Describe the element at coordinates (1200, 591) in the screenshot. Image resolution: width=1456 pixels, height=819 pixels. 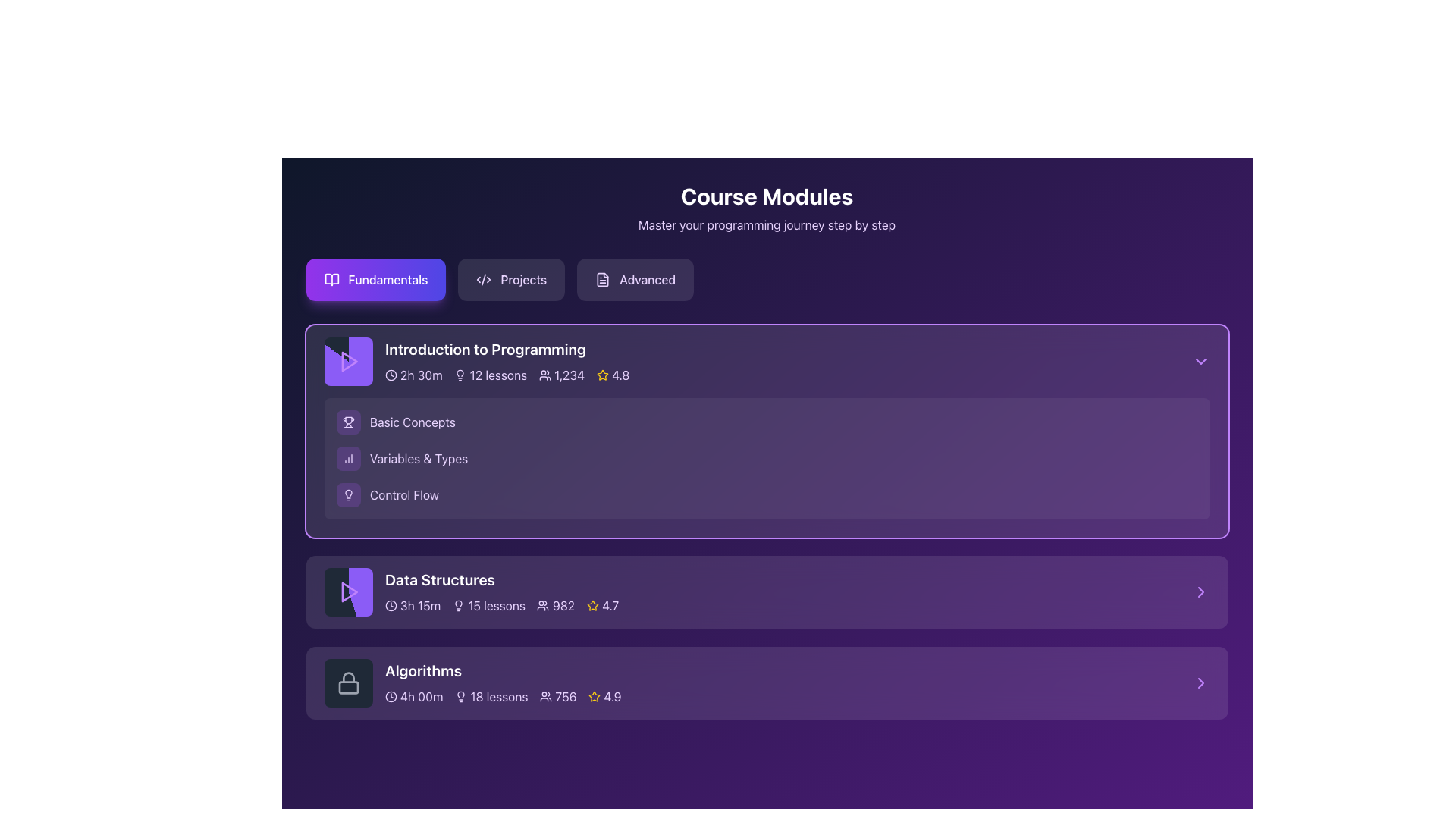
I see `the navigation icon at the far right of the 'Data Structures' section` at that location.